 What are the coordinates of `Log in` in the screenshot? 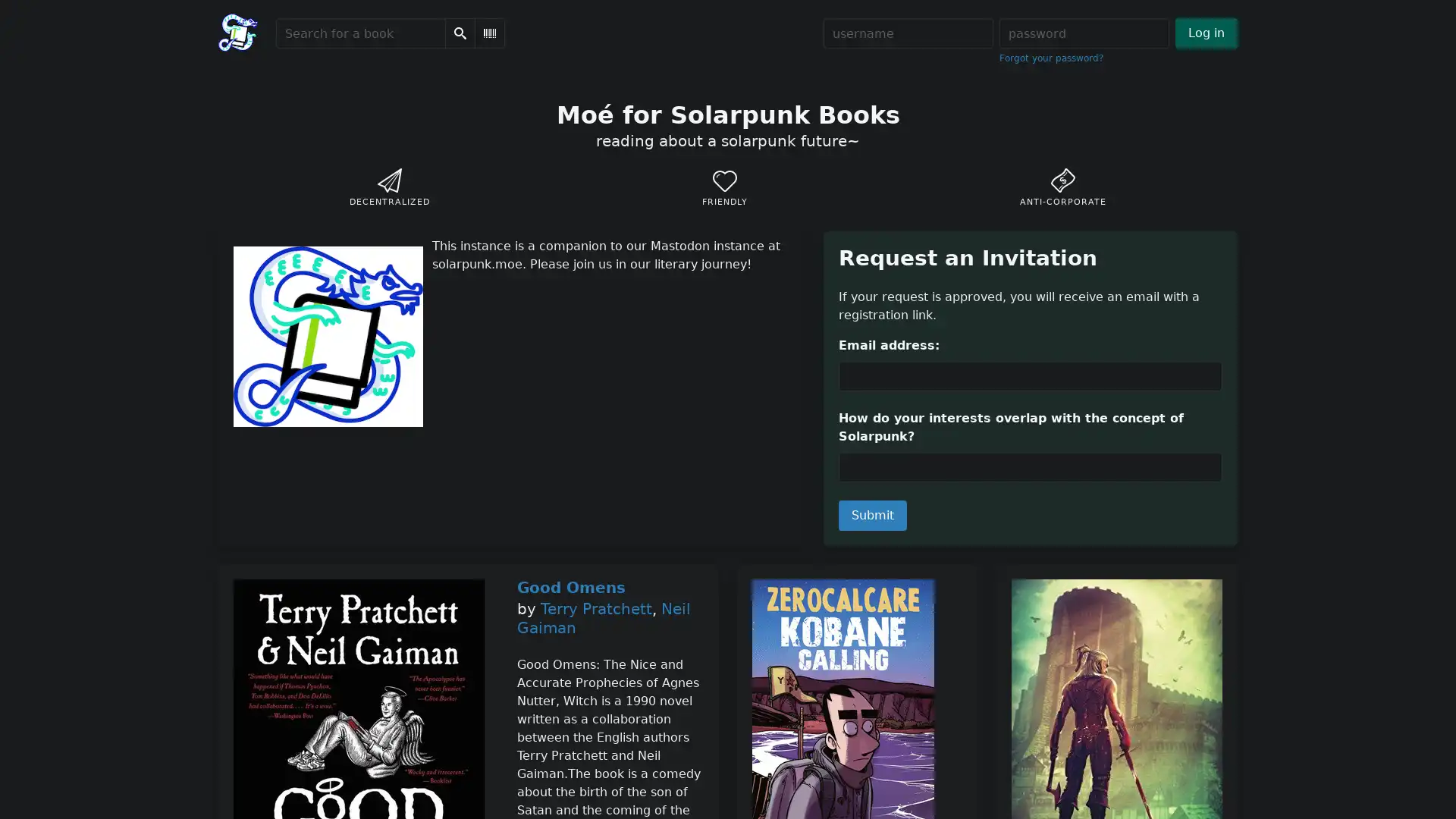 It's located at (1205, 33).